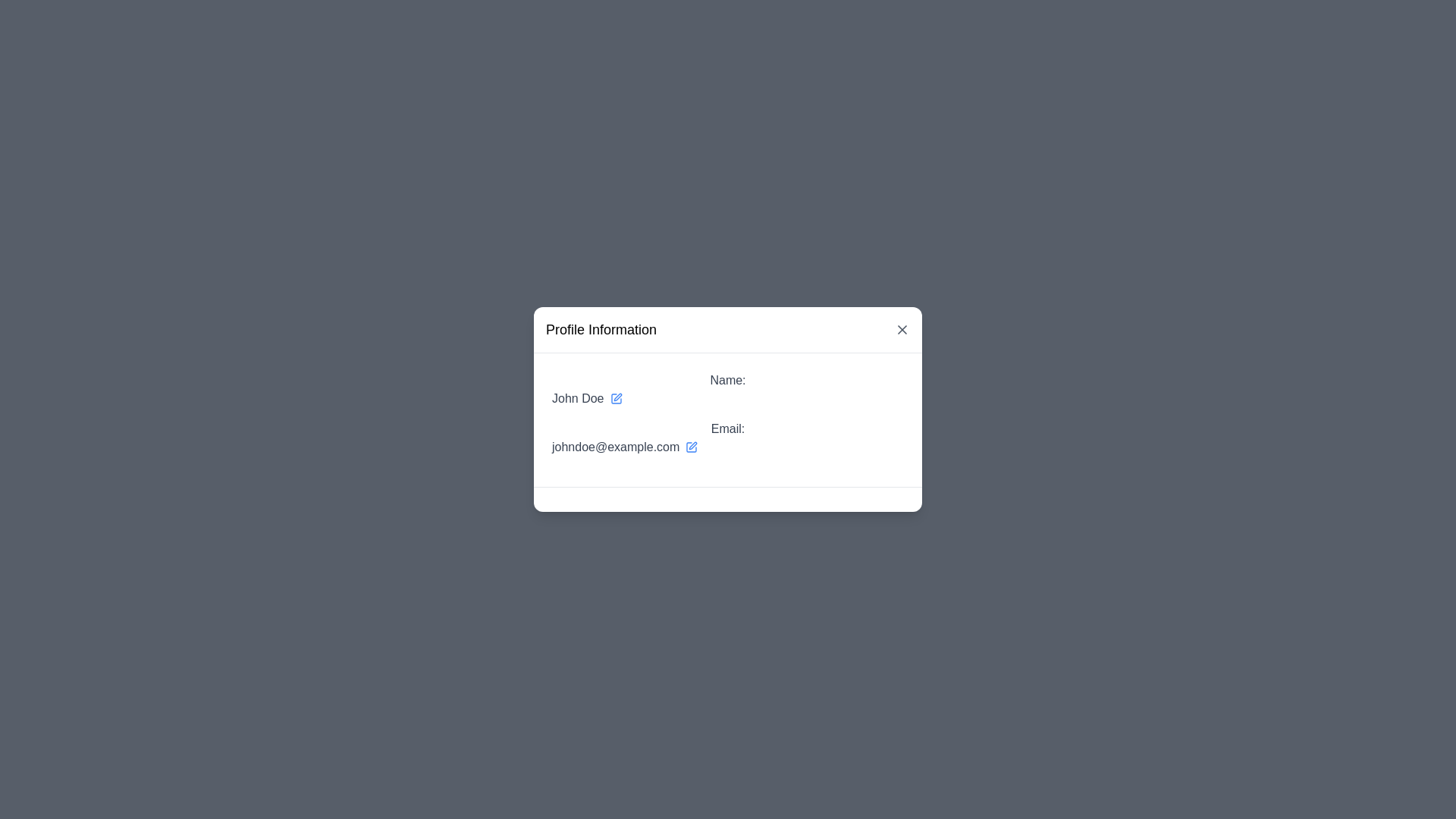 The image size is (1456, 819). Describe the element at coordinates (902, 329) in the screenshot. I see `the 'X' icon button in the top-right corner of the 'Profile Information' dialog to observe the hover effect` at that location.